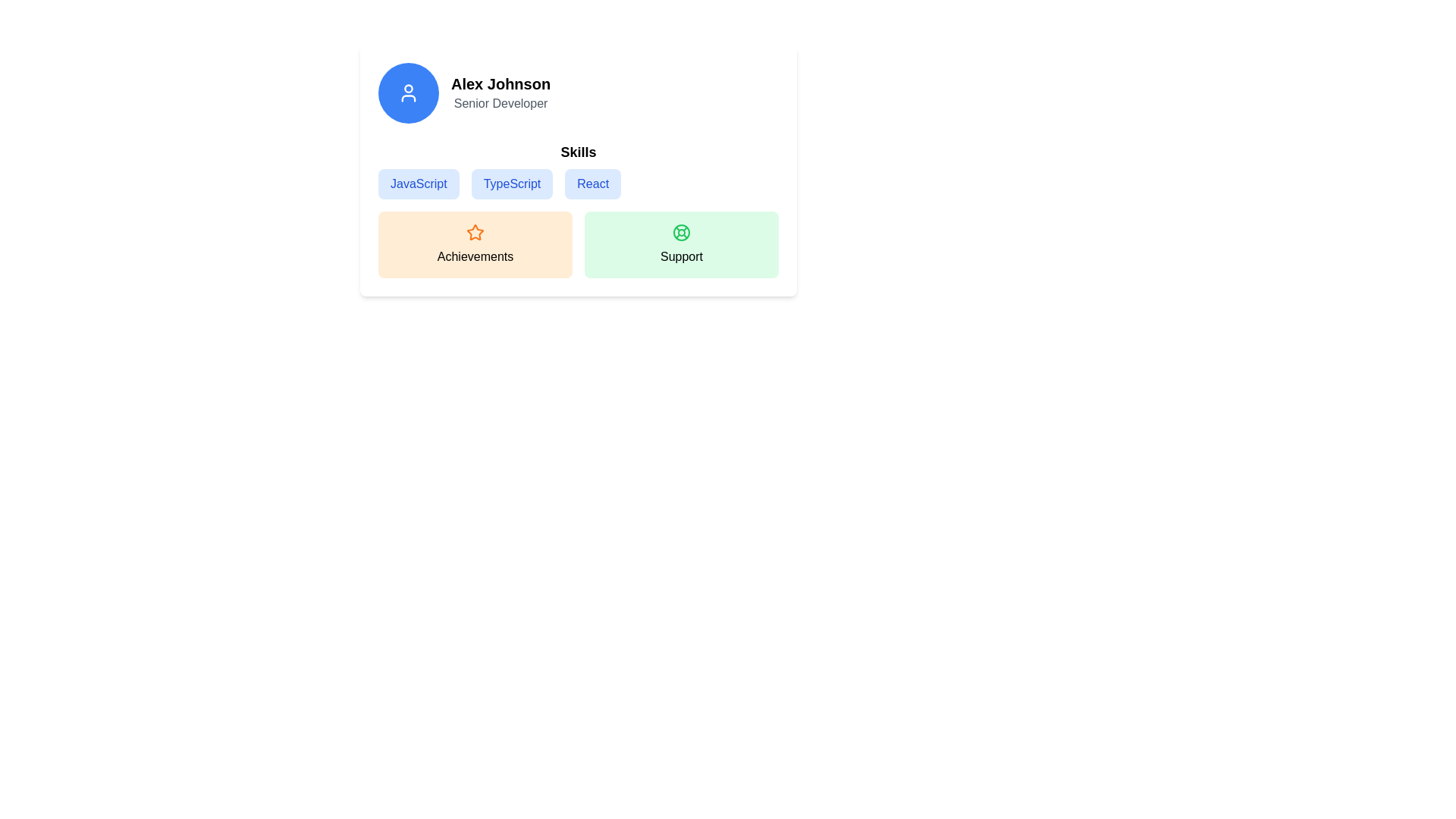 This screenshot has height=819, width=1456. Describe the element at coordinates (680, 256) in the screenshot. I see `text of the 'Support' label, which is a textual element displayed in a clean black font within a pale green background, located below a circular lifesaver icon` at that location.